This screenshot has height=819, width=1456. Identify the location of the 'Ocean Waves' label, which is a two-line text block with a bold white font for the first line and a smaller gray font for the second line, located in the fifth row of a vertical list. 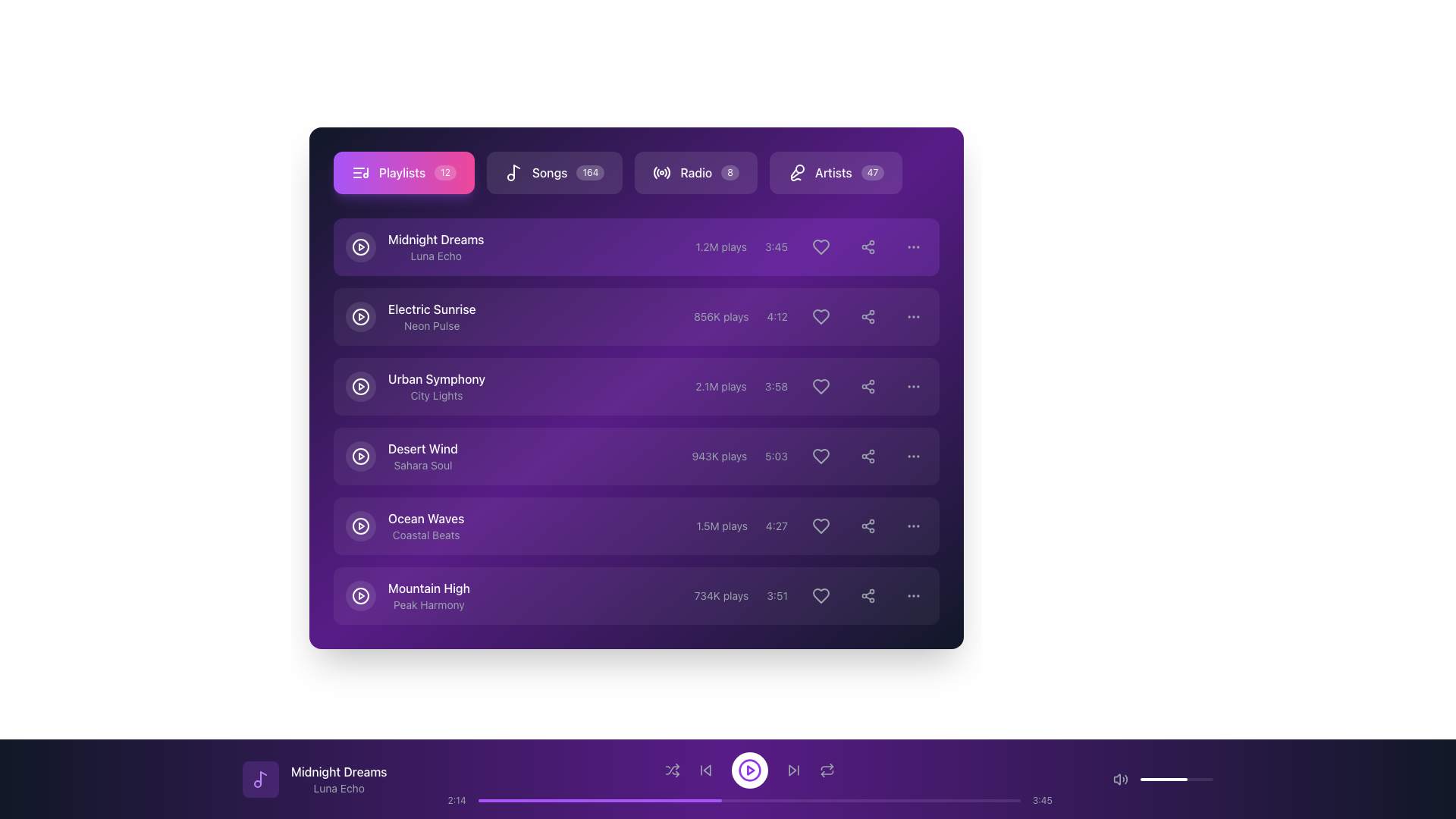
(405, 526).